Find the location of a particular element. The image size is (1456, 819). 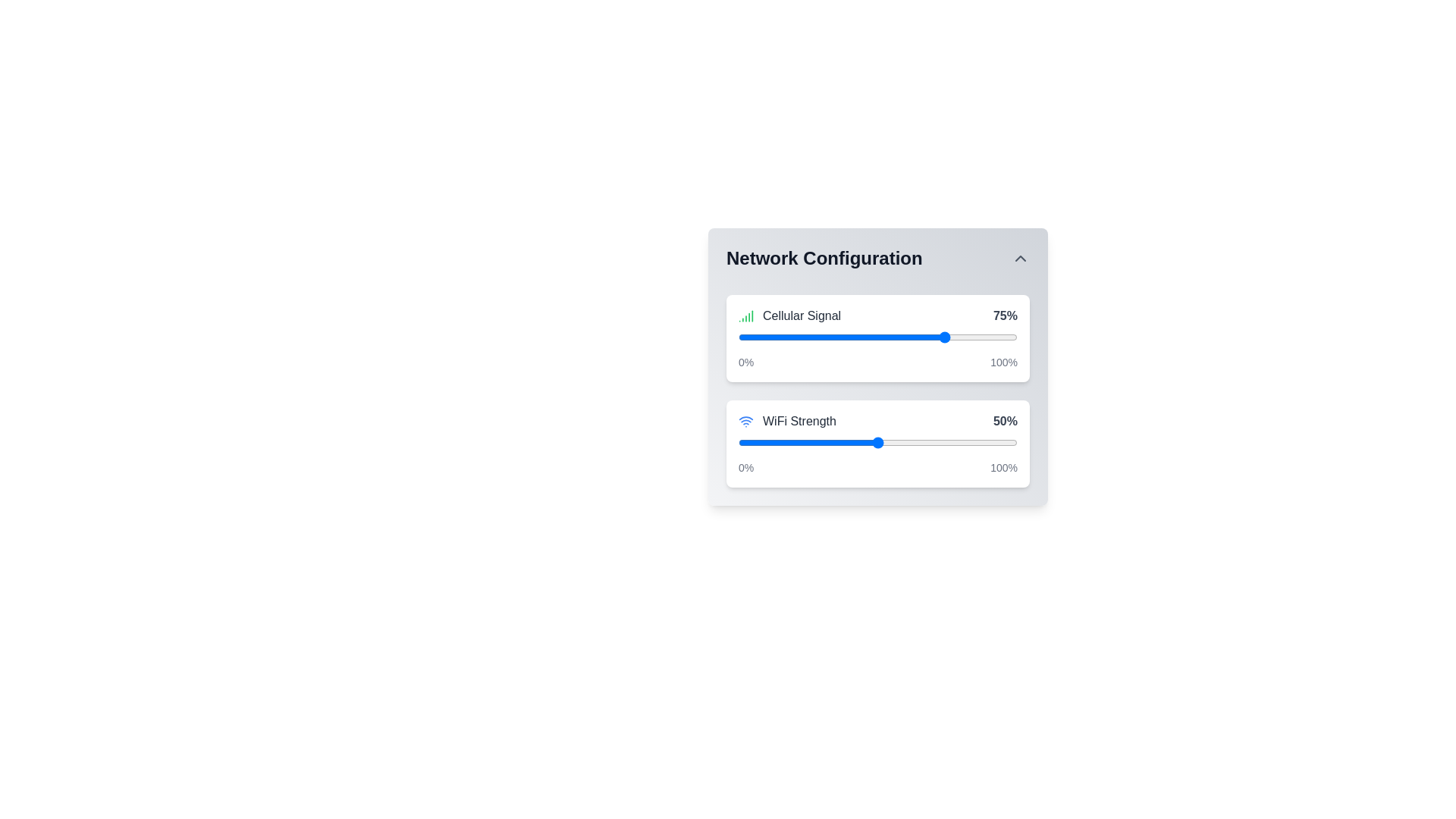

the static text element indicating range endpoints for the 'Cellular Signal' slider, which displays '0%' and '100%' is located at coordinates (877, 362).